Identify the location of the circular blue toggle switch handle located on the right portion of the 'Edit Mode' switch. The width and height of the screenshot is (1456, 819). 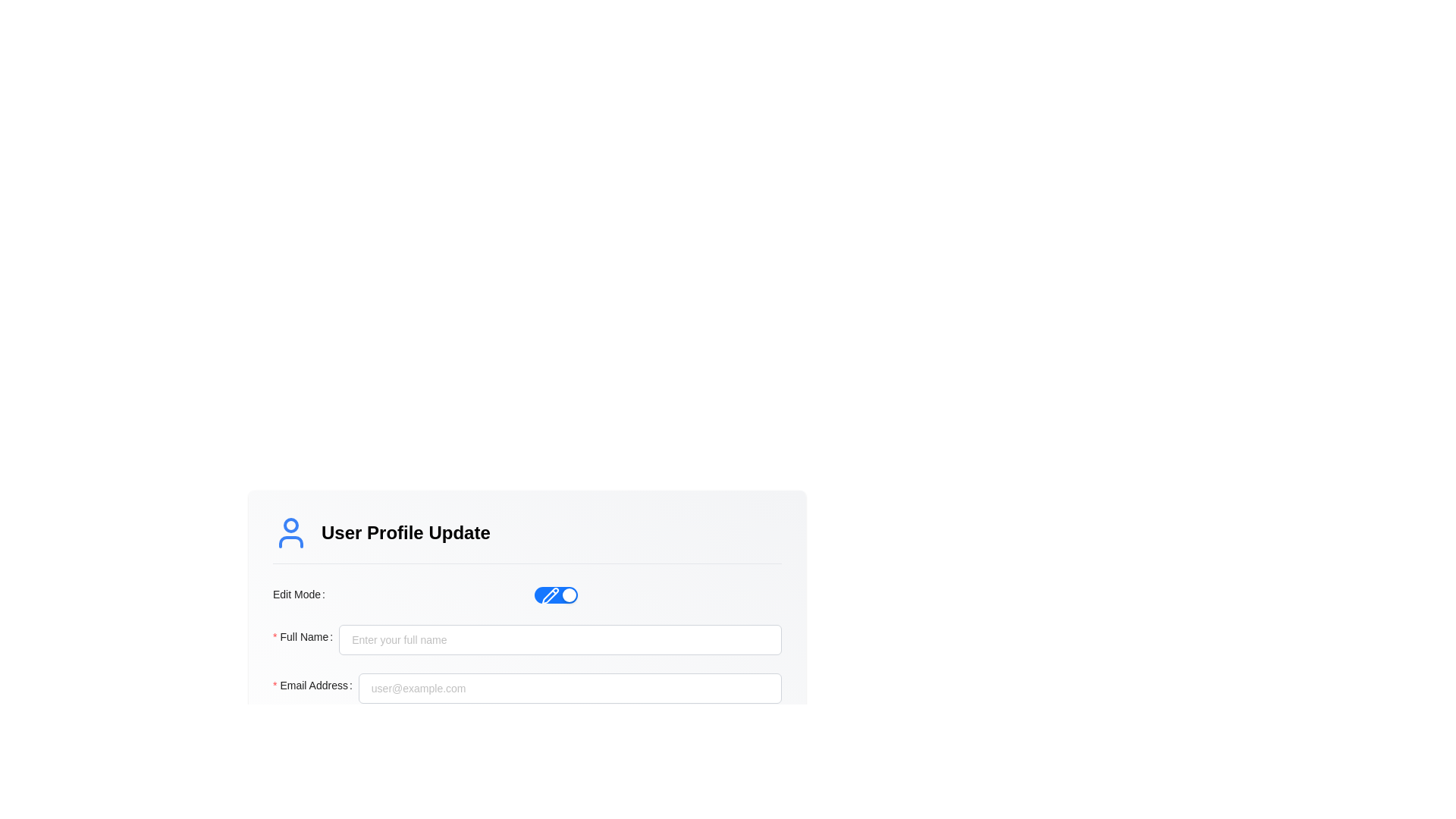
(569, 594).